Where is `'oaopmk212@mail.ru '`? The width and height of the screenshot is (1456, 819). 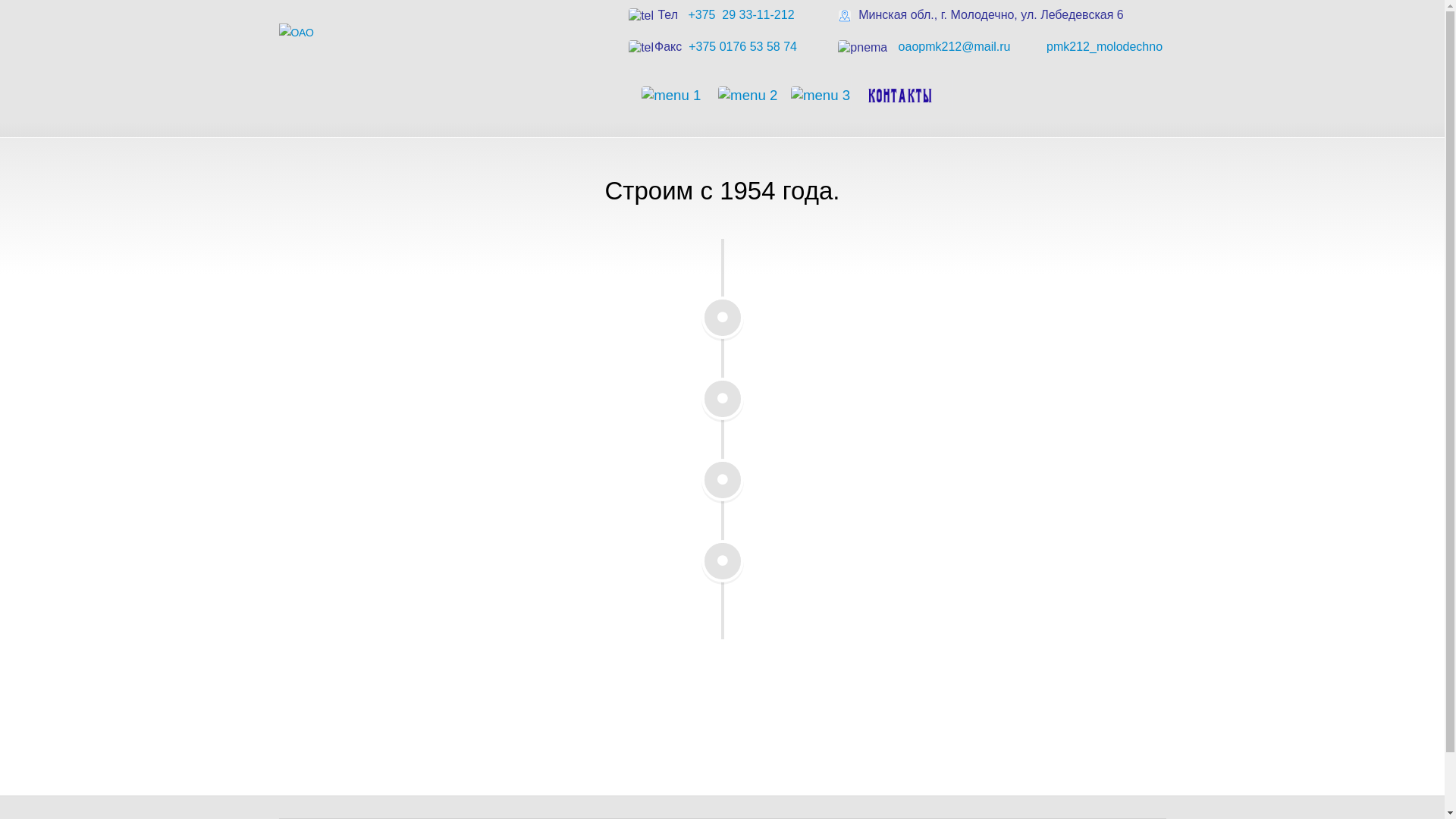
'oaopmk212@mail.ru ' is located at coordinates (957, 45).